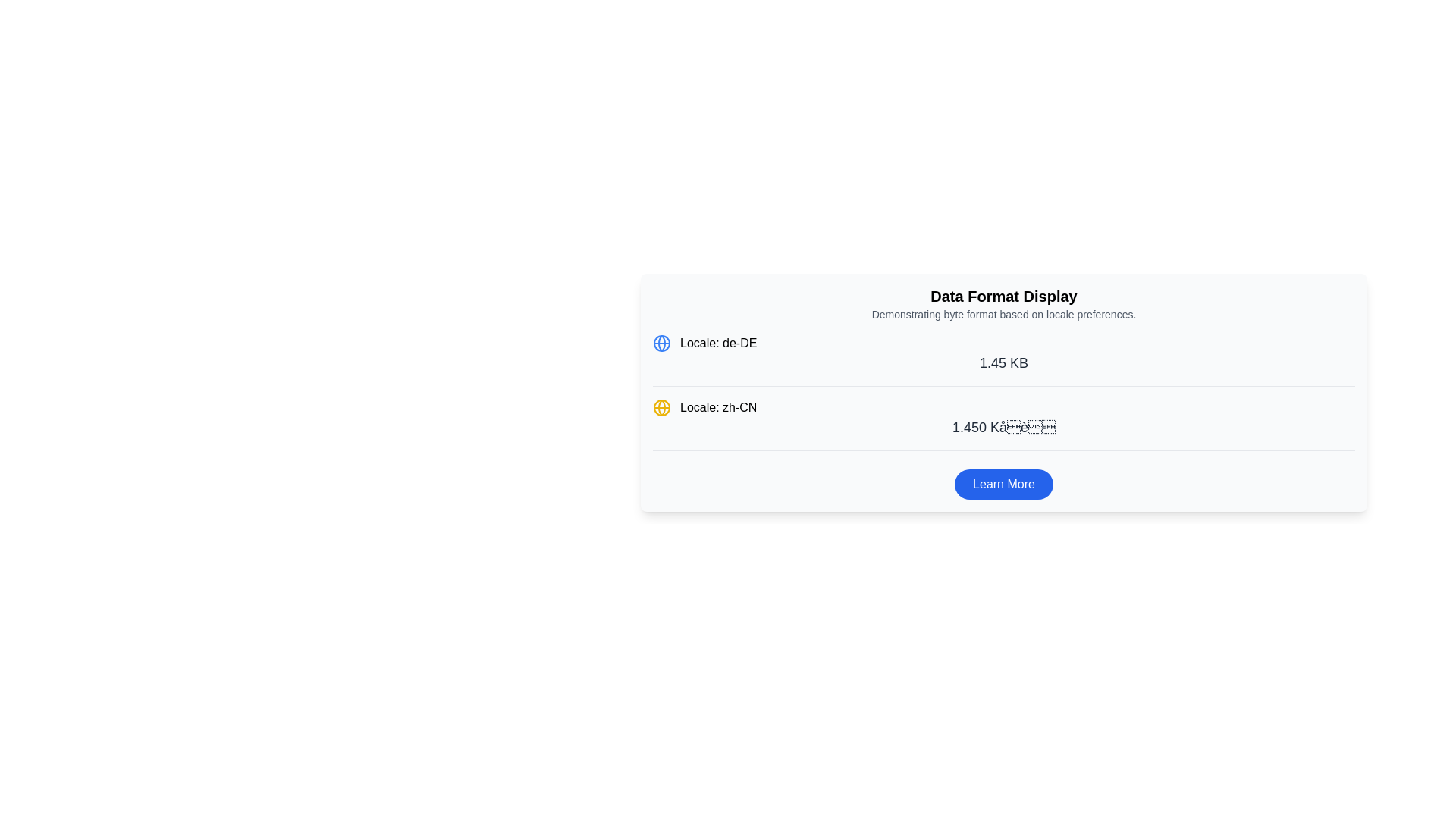 This screenshot has width=1456, height=819. I want to click on the text display showing 'Locale: zh-CN' and '1.450 Kå±97è±82', which is located below 'Locale: de-DE', so click(1004, 425).